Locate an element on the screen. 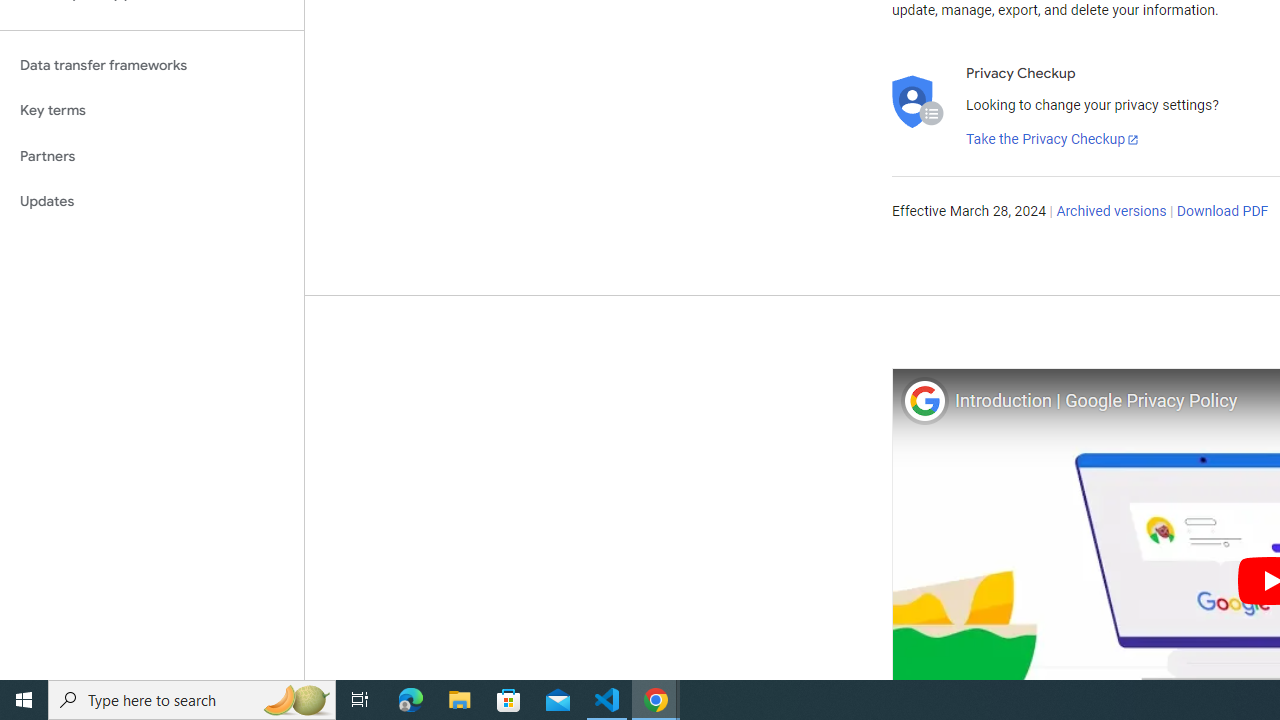  'Photo image of Google' is located at coordinates (923, 400).